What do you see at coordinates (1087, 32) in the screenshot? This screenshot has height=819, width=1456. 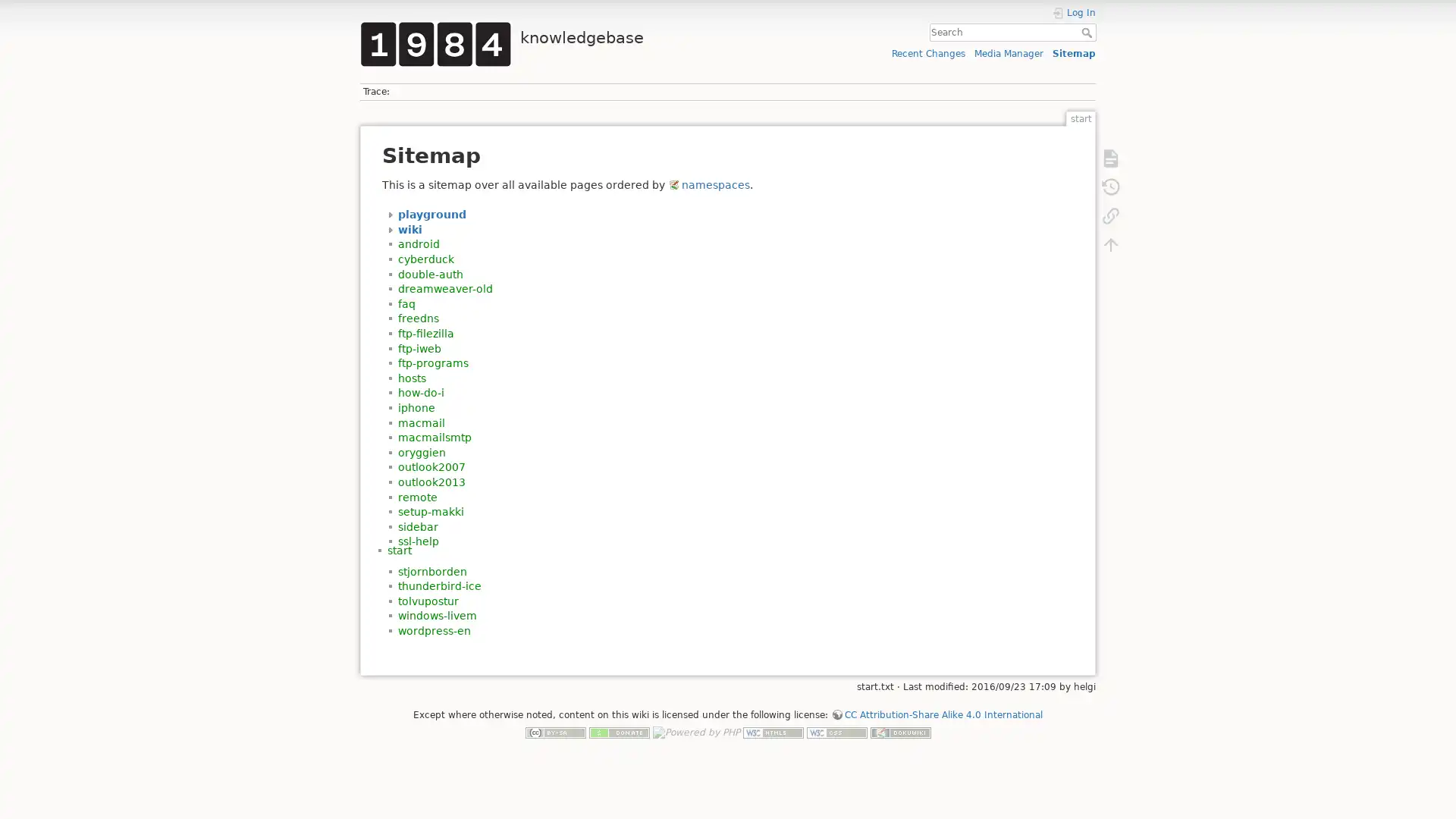 I see `Search` at bounding box center [1087, 32].